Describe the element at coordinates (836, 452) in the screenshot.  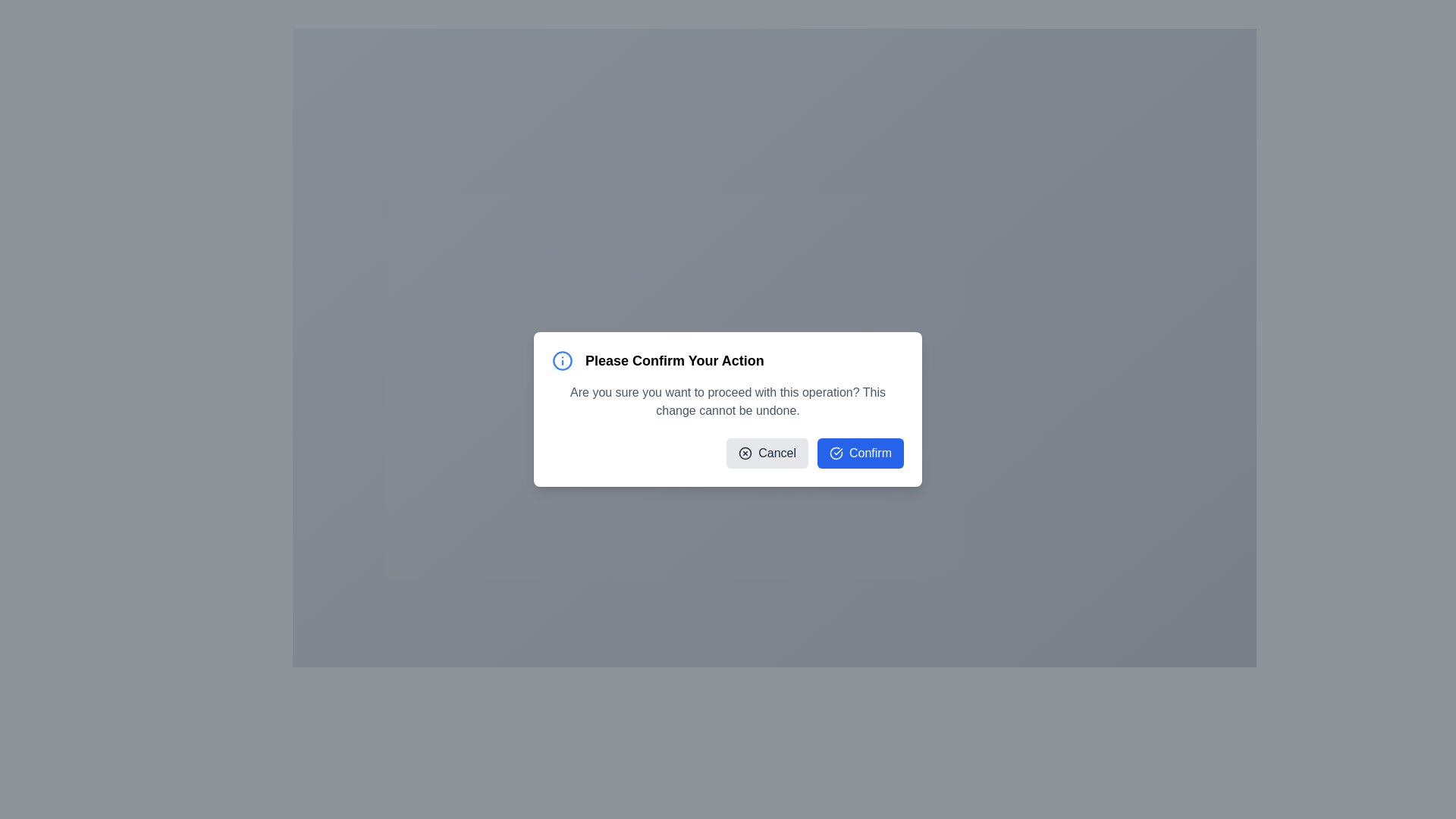
I see `the confirmation icon located to the left of the 'Confirm' button text` at that location.